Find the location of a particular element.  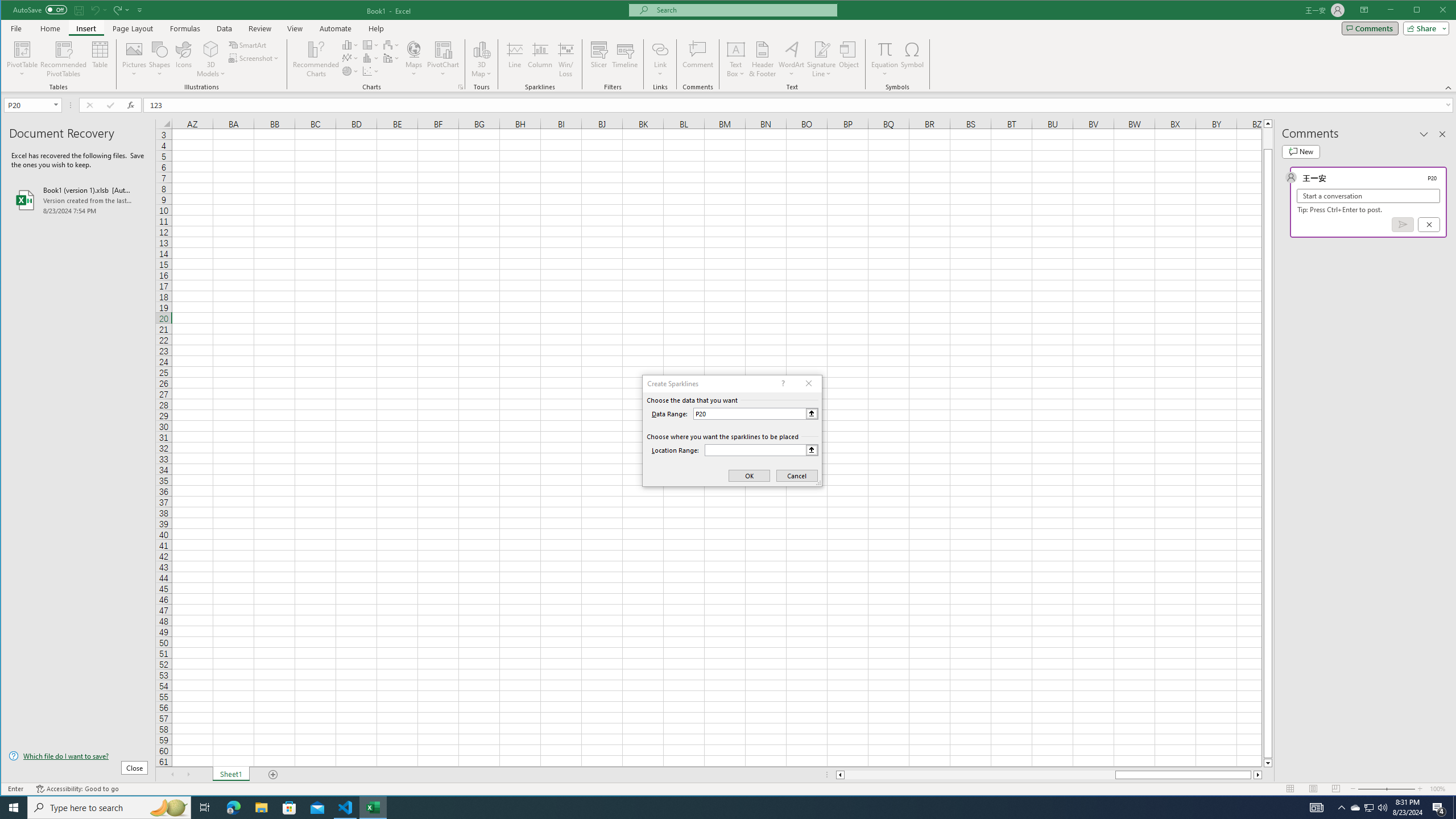

'WordArt' is located at coordinates (791, 59).